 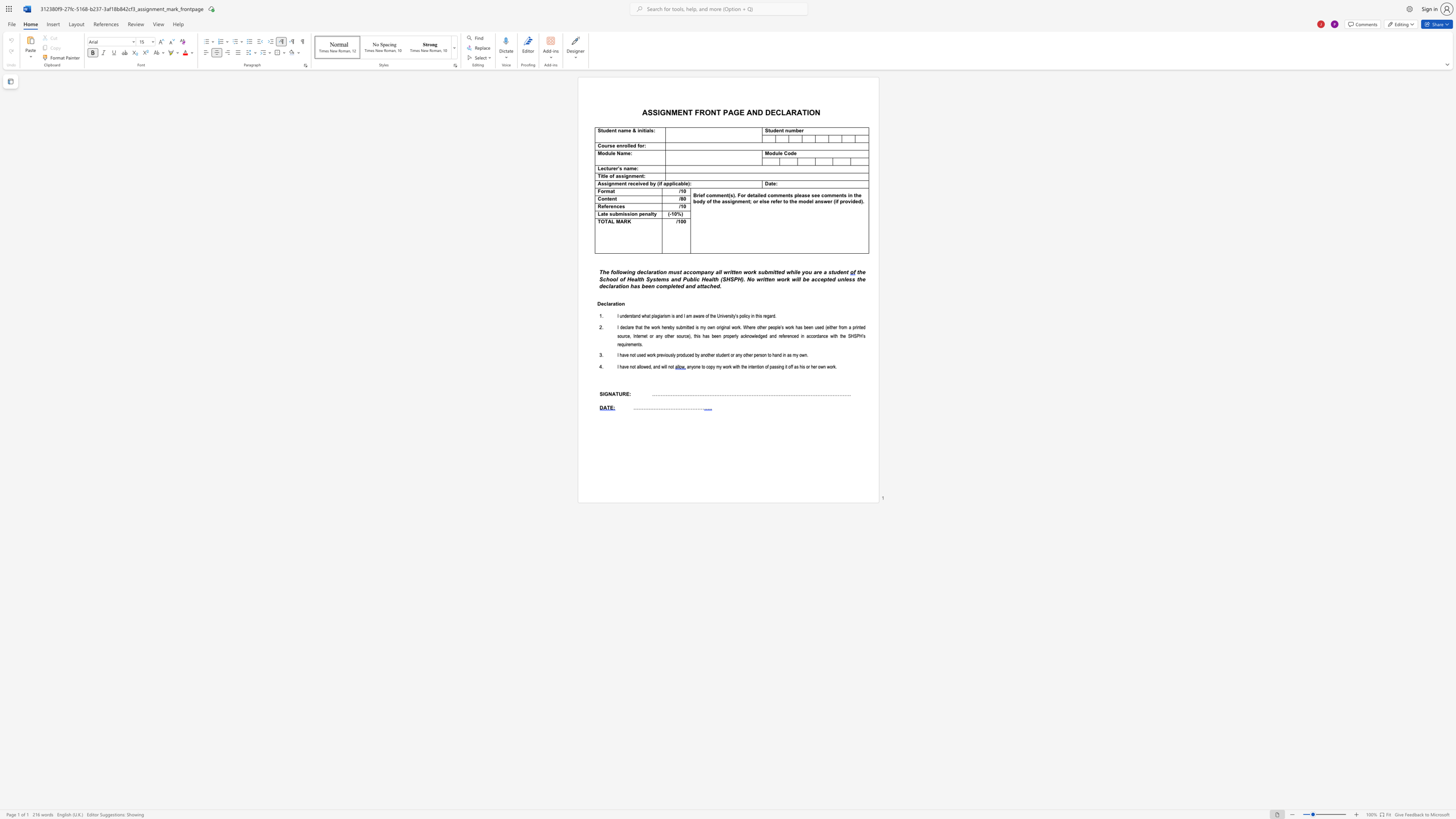 I want to click on the subset text "ssion penal" within the text "Late submission penalty", so click(x=624, y=214).